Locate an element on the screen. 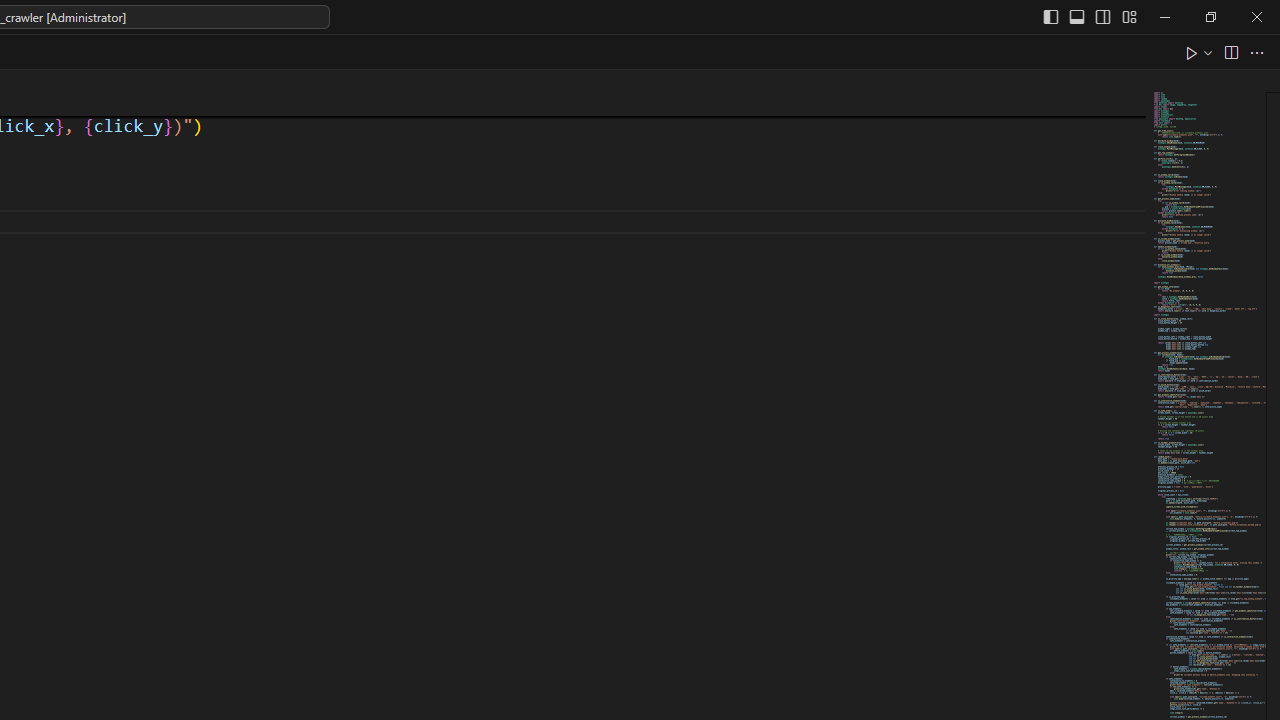  'Title actions' is located at coordinates (1088, 16).